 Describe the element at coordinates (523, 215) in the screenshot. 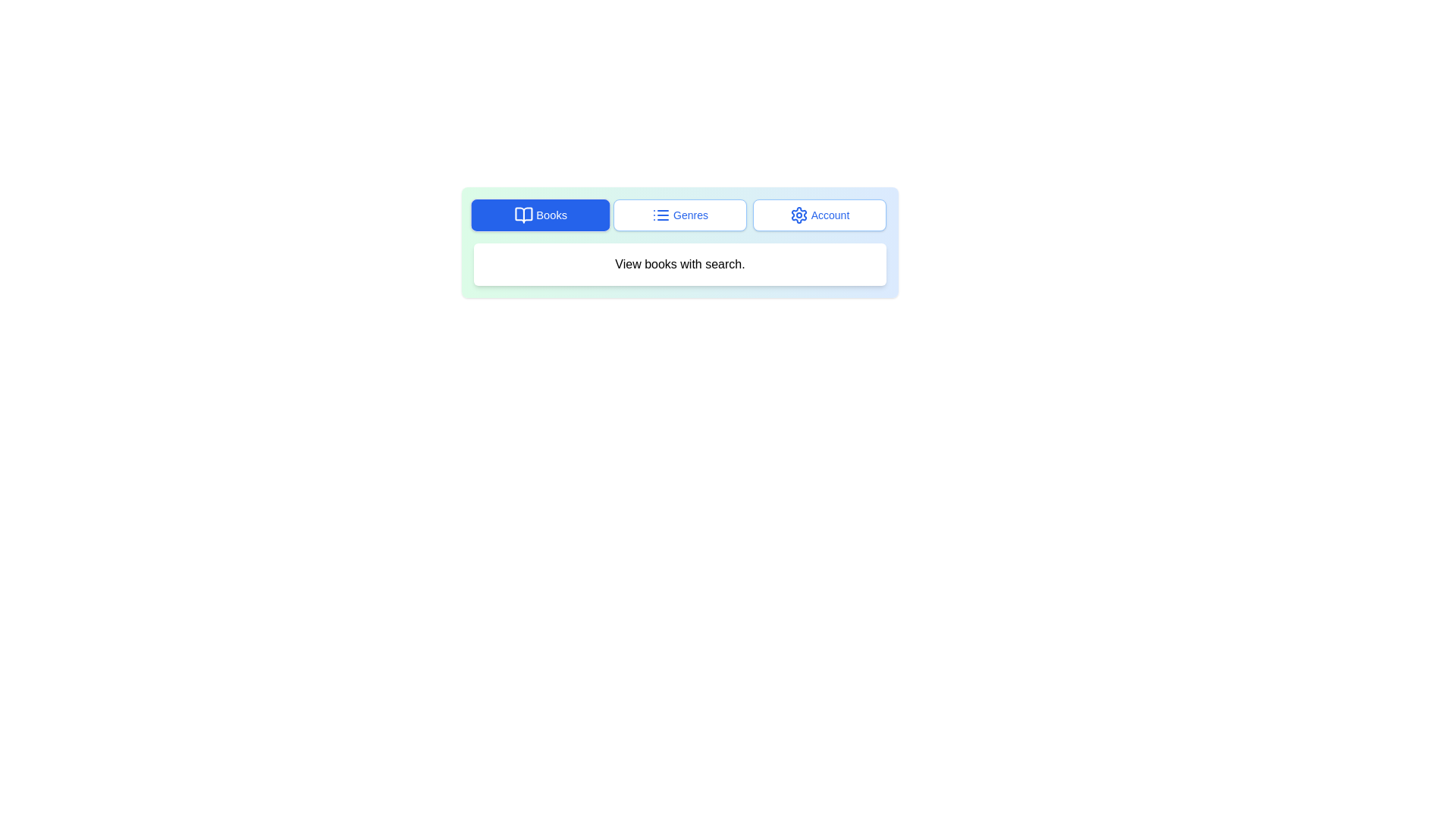

I see `the 'Books' icon located in the upper left part of the navigation bar, adjacent to the text label 'Books'` at that location.